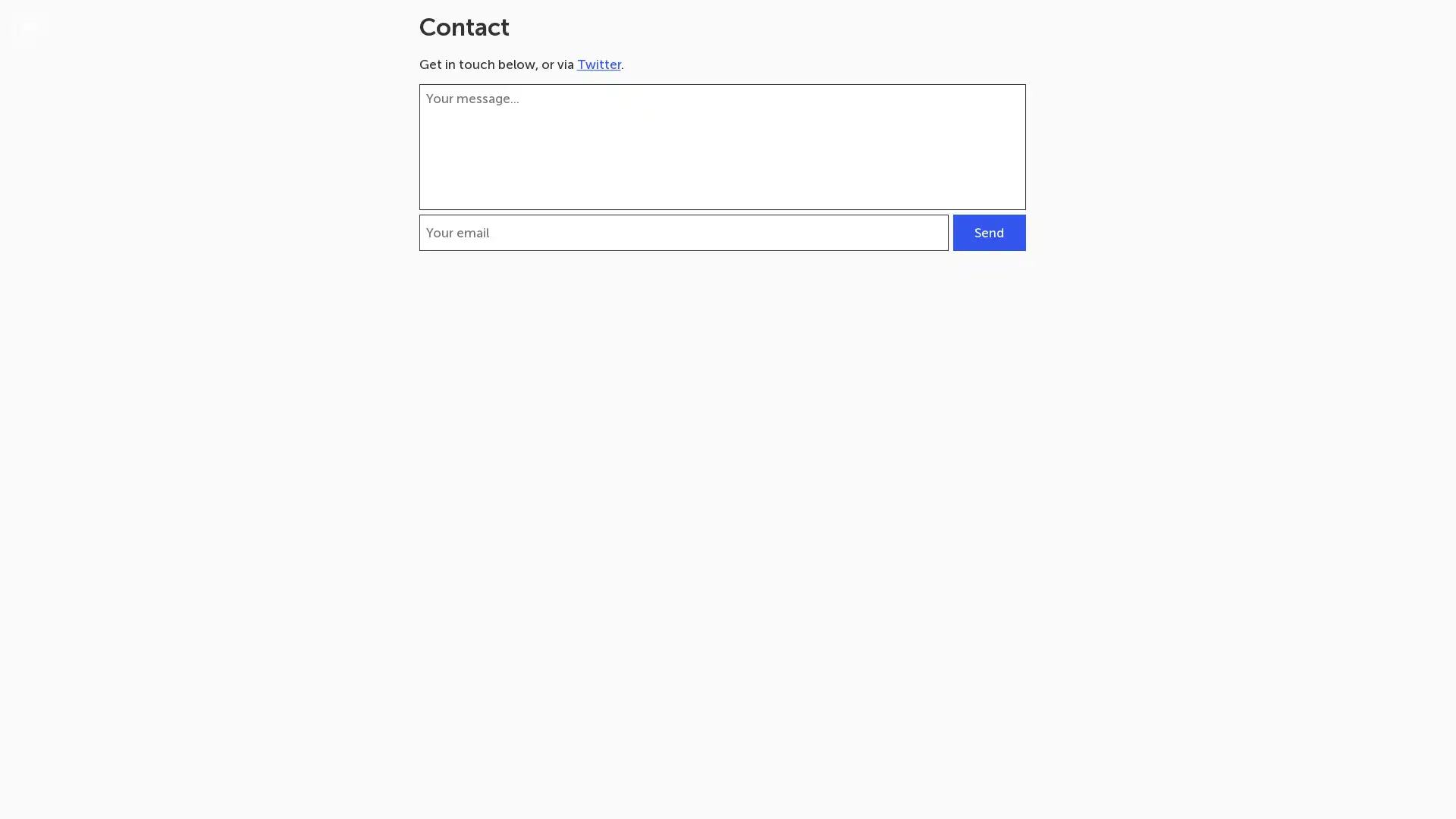 Image resolution: width=1456 pixels, height=819 pixels. Describe the element at coordinates (989, 233) in the screenshot. I see `Send` at that location.